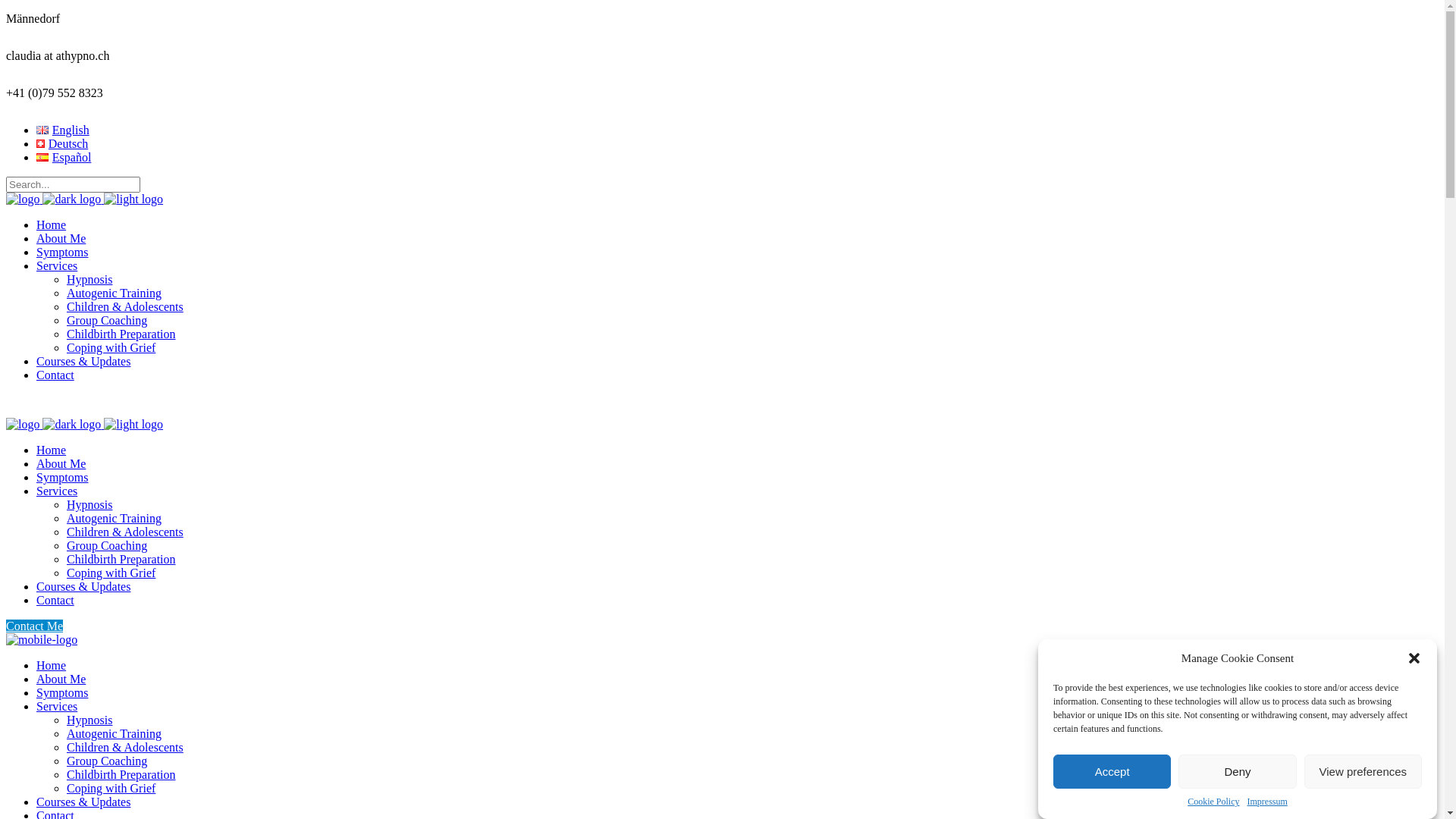 The image size is (1456, 819). What do you see at coordinates (36, 143) in the screenshot?
I see `'Deutsch'` at bounding box center [36, 143].